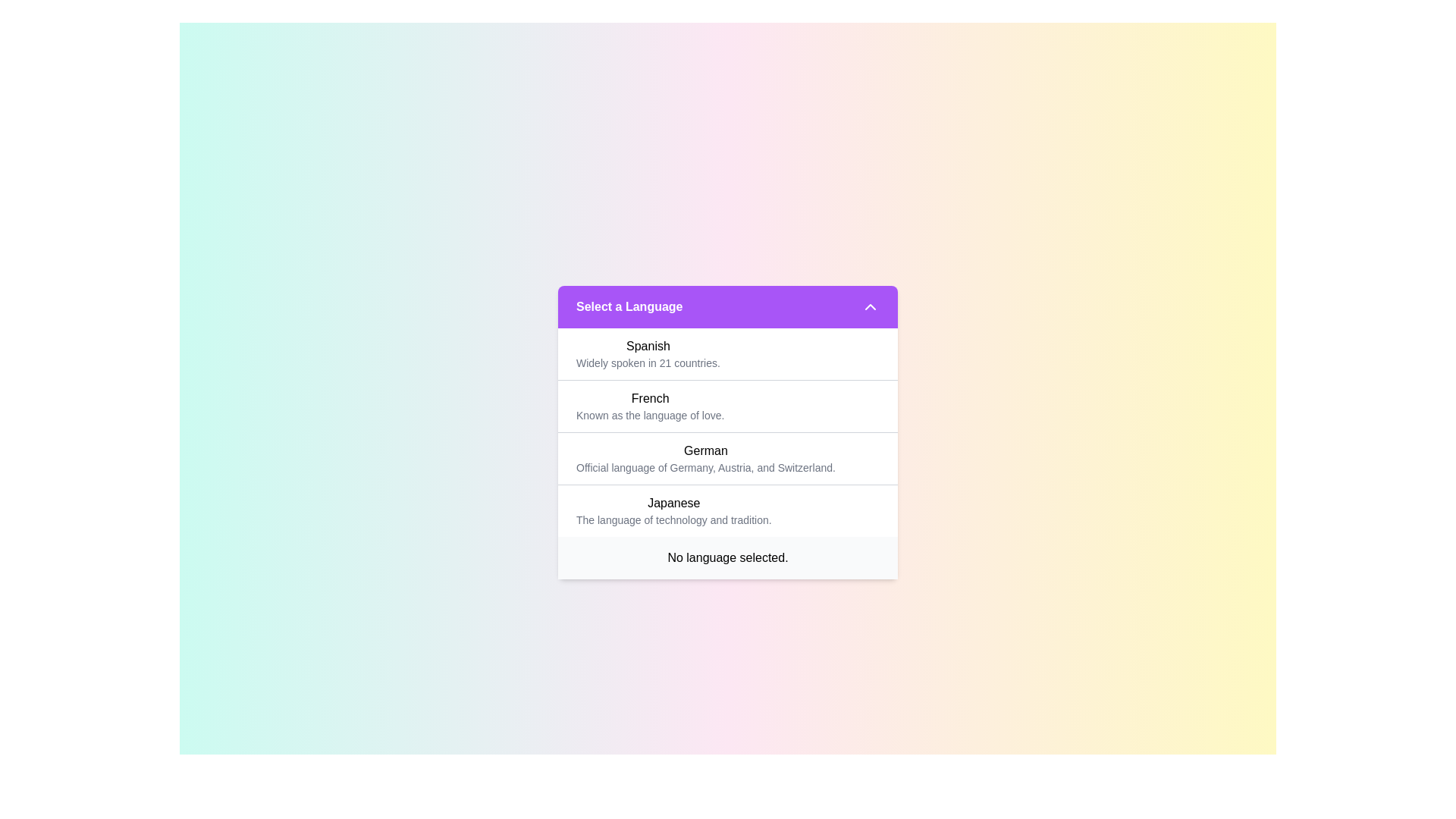  Describe the element at coordinates (650, 415) in the screenshot. I see `the descriptive text label that provides additional information about the language 'French', located within the dropdown menu` at that location.